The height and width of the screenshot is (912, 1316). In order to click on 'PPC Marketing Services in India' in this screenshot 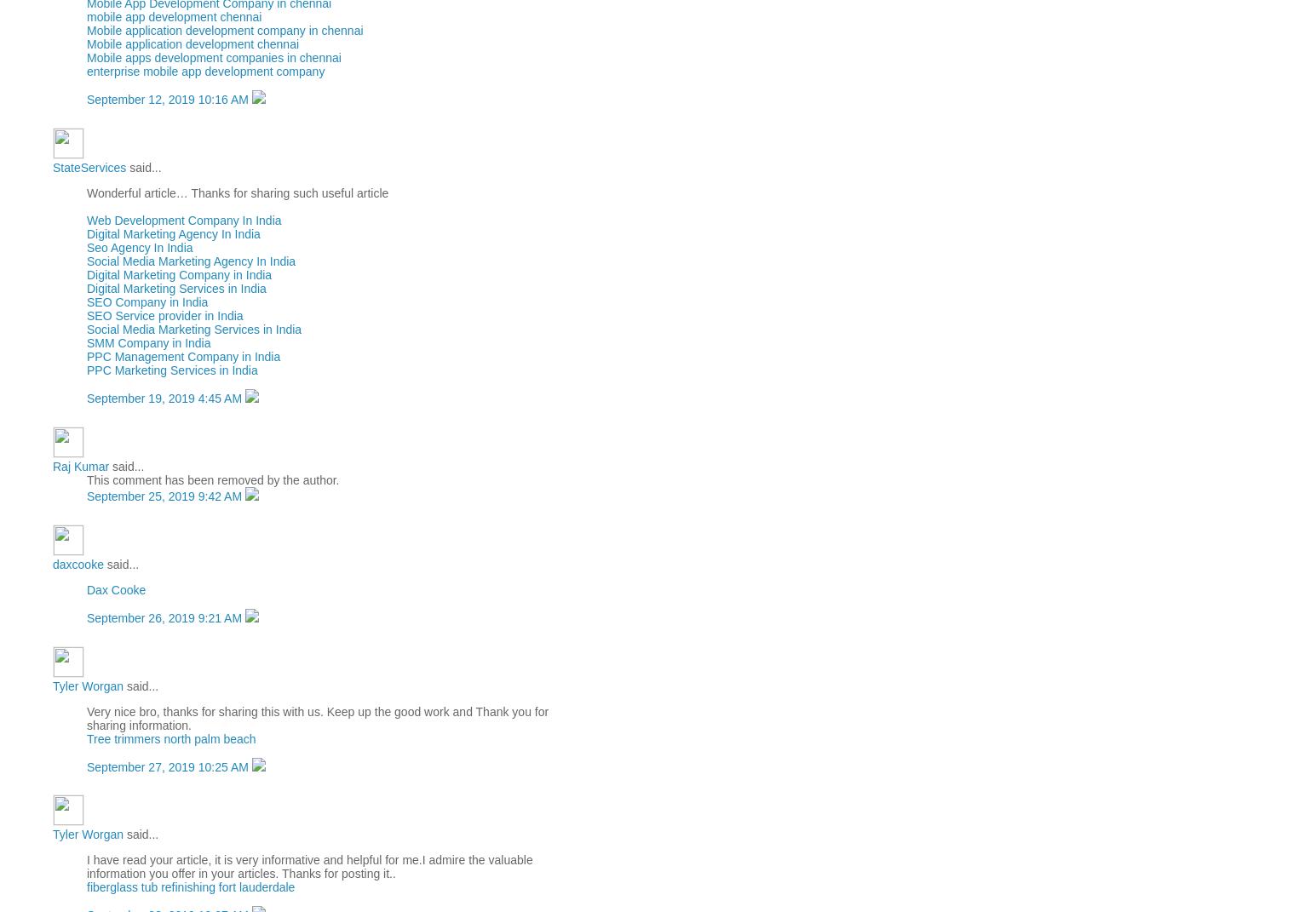, I will do `click(171, 370)`.